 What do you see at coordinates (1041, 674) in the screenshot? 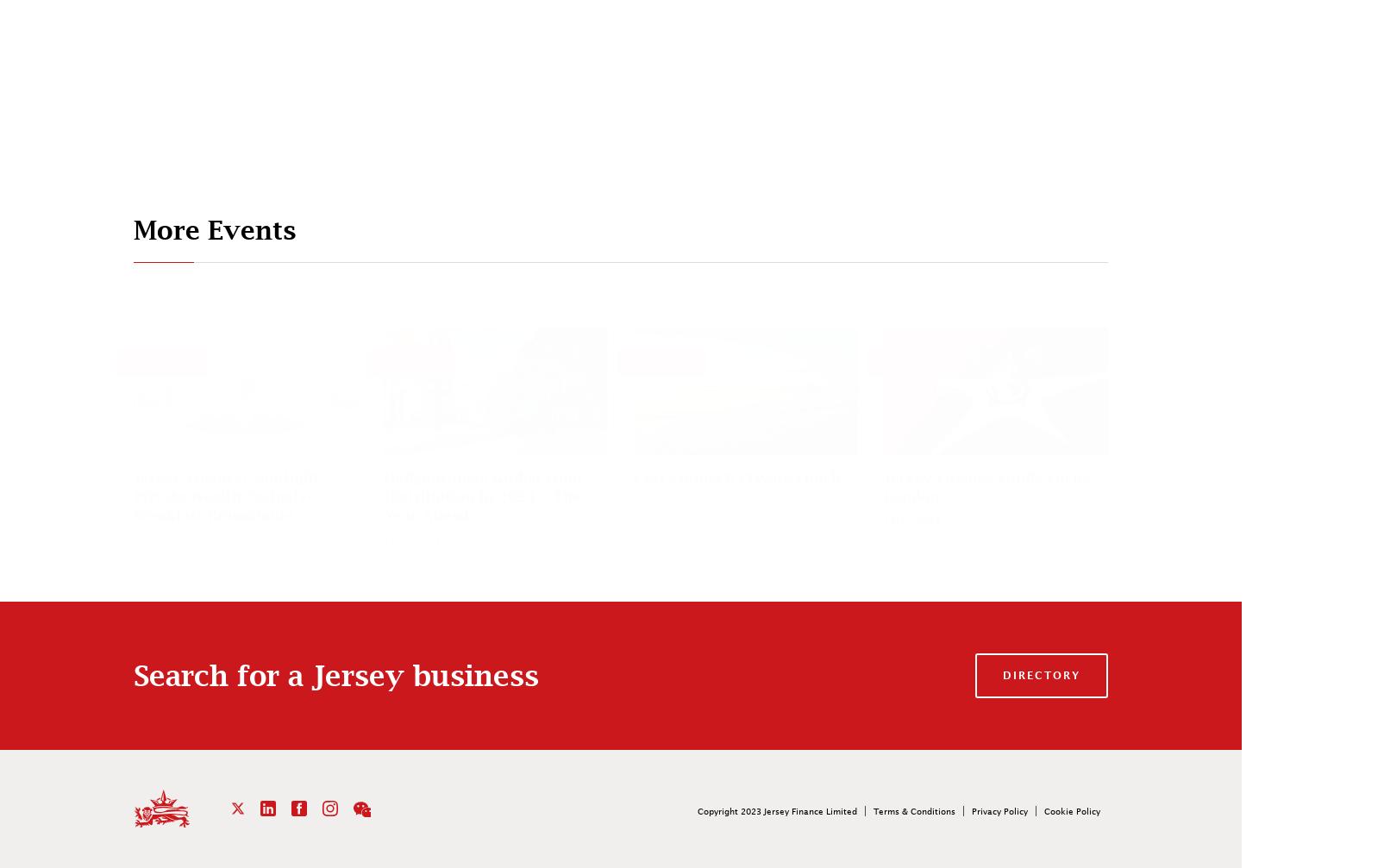
I see `'Directory'` at bounding box center [1041, 674].